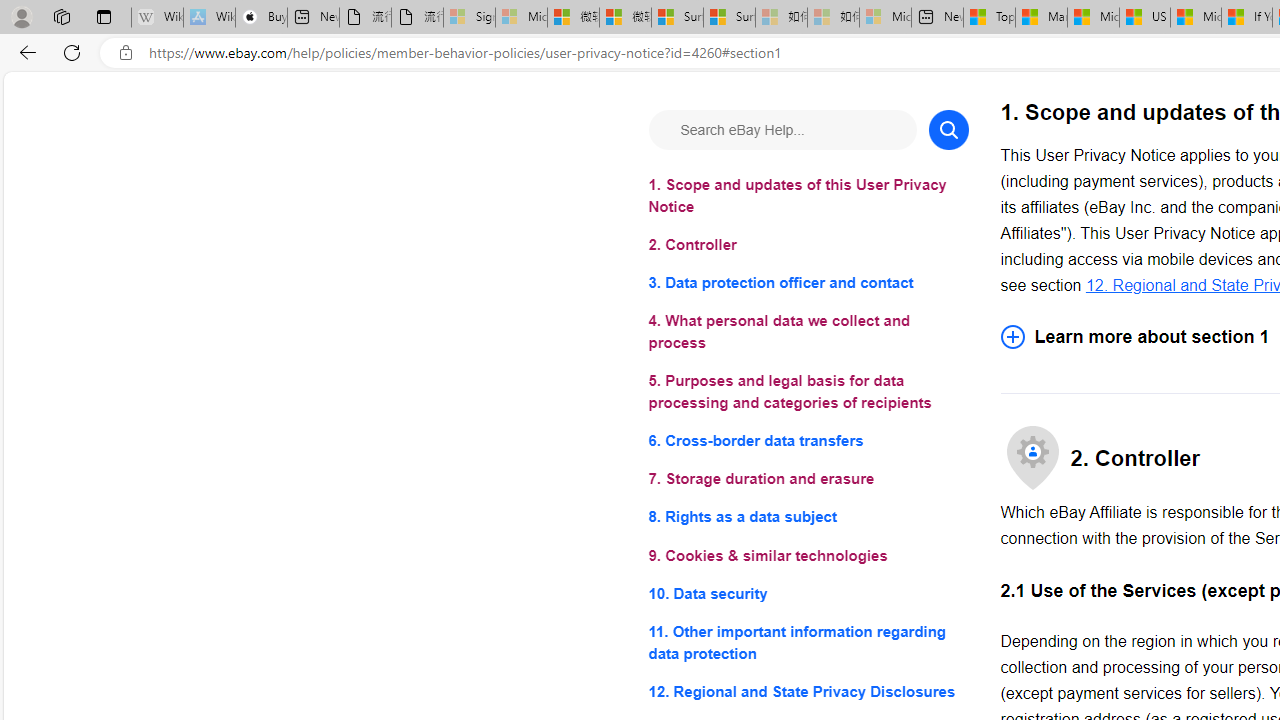 This screenshot has height=720, width=1280. I want to click on 'Microsoft Services Agreement - Sleeping', so click(520, 17).